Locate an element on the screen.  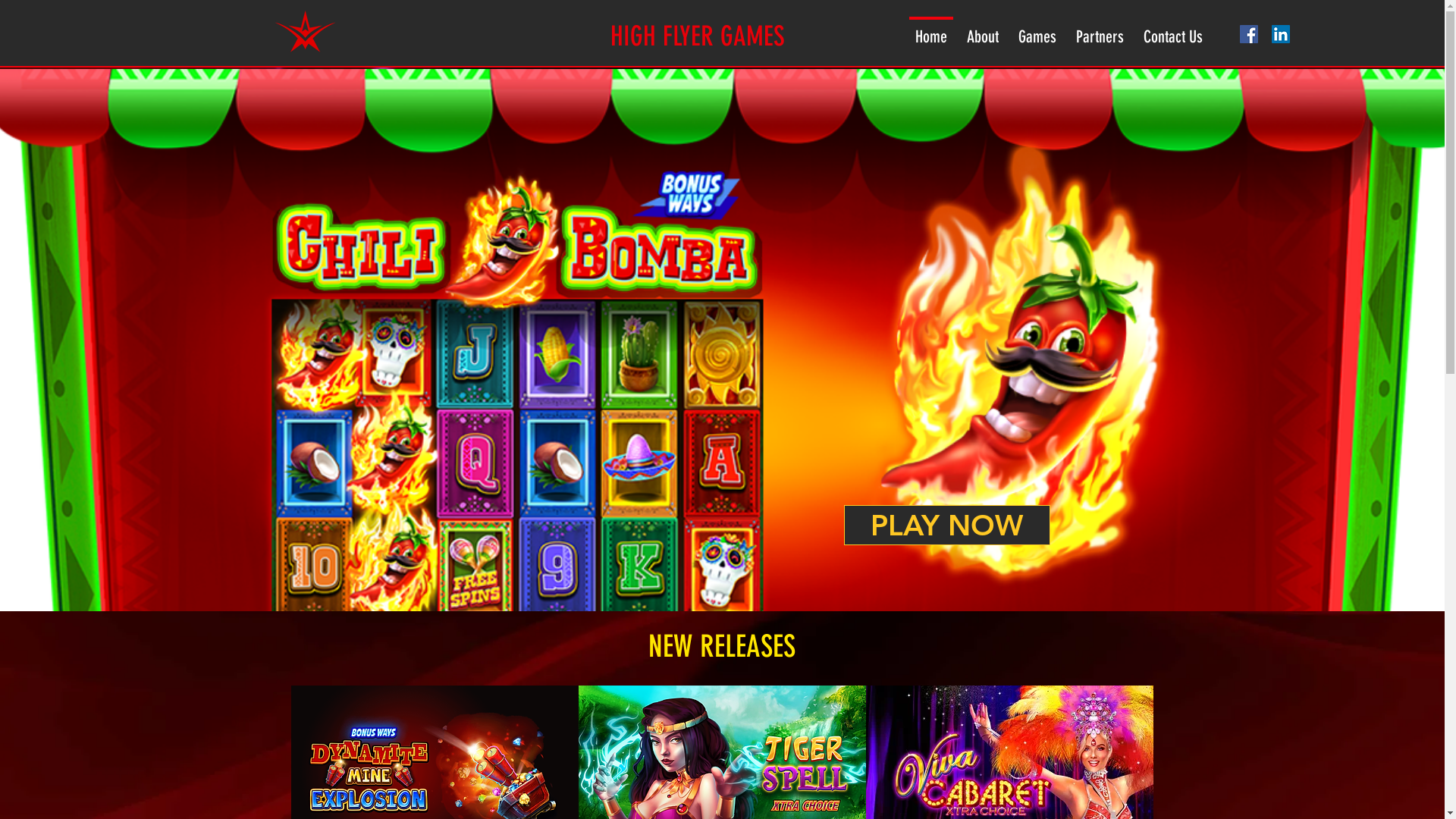
'Games' is located at coordinates (1037, 30).